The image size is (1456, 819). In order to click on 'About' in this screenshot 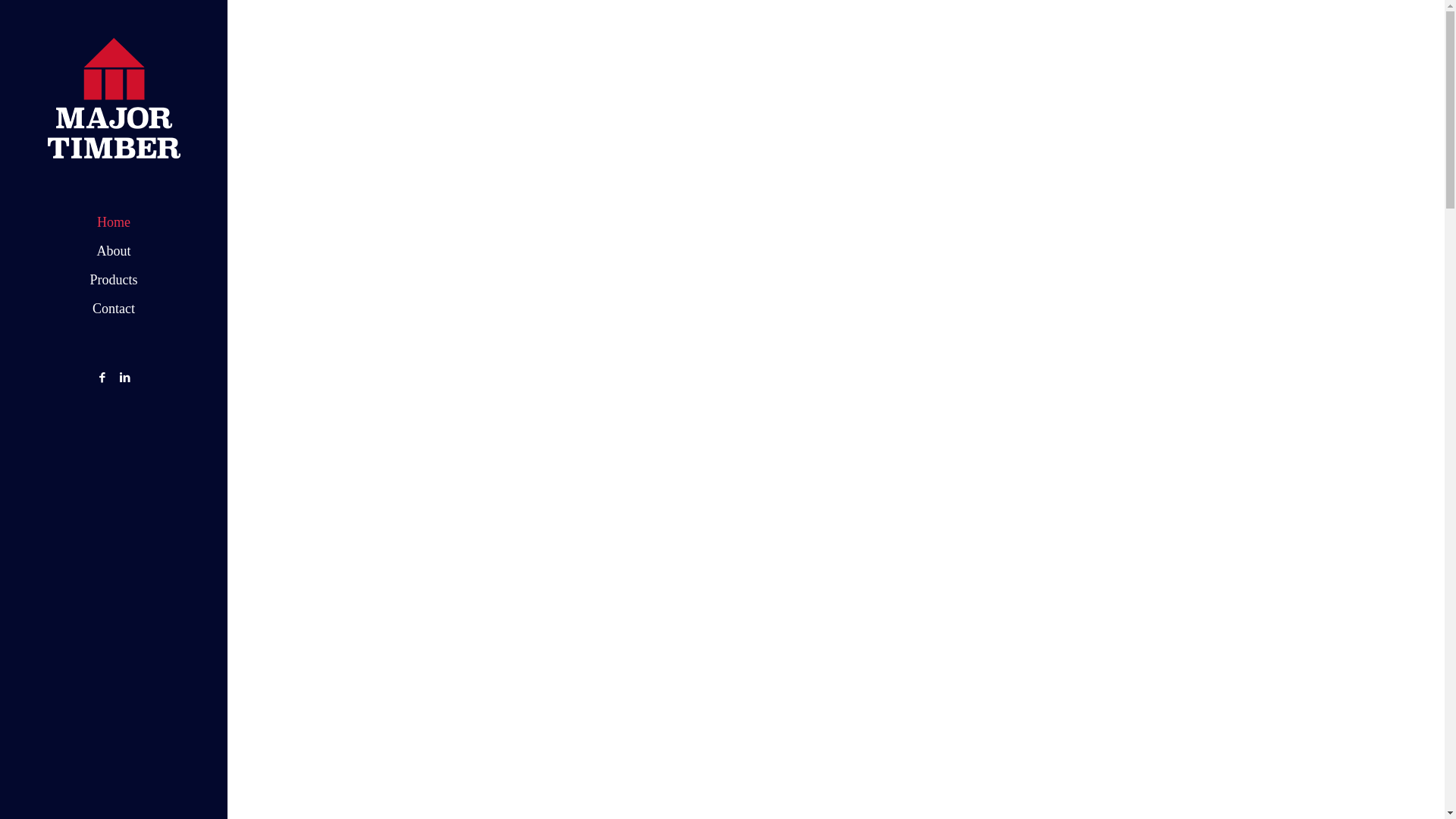, I will do `click(112, 250)`.